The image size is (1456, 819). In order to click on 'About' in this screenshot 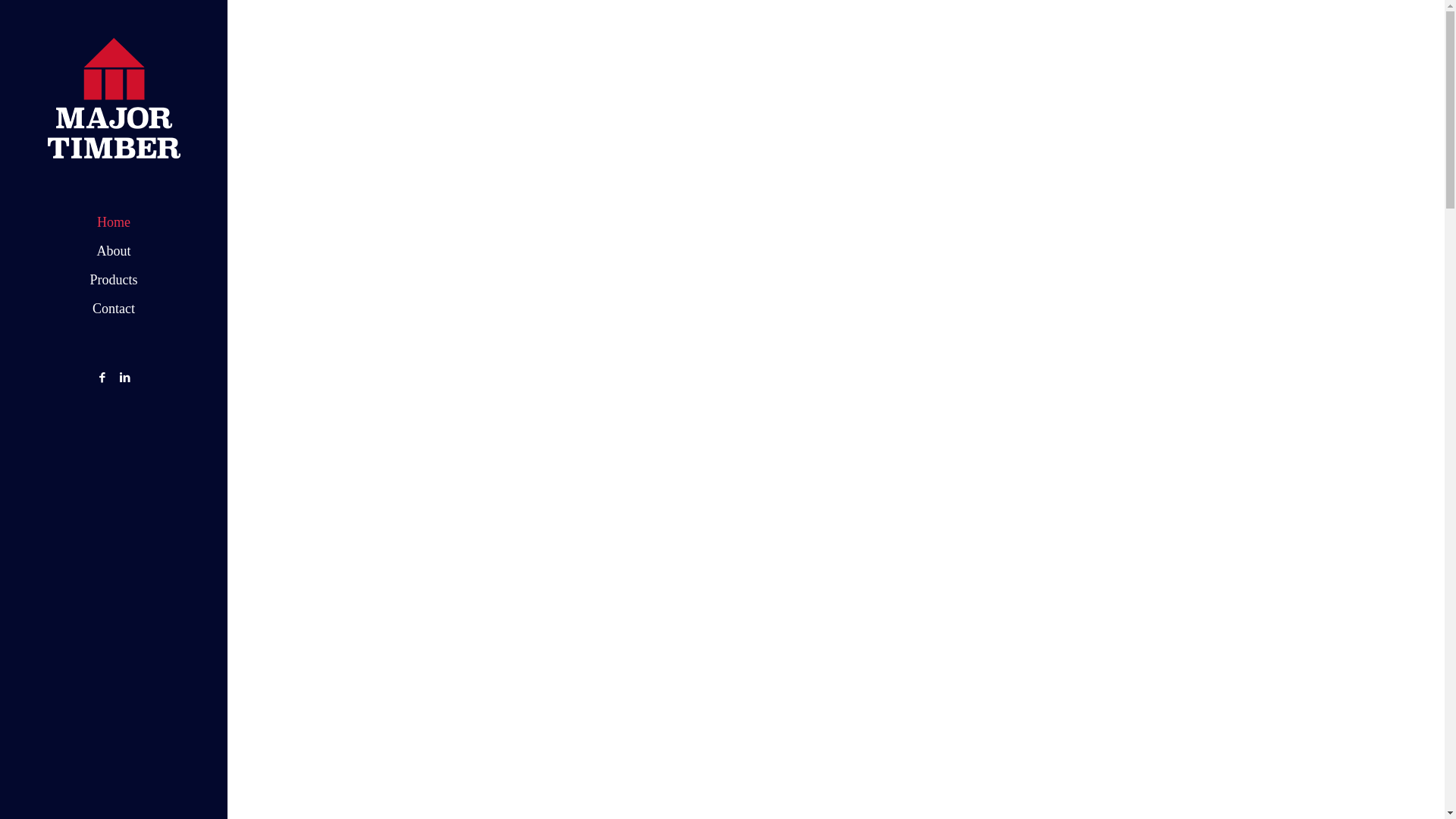, I will do `click(112, 250)`.